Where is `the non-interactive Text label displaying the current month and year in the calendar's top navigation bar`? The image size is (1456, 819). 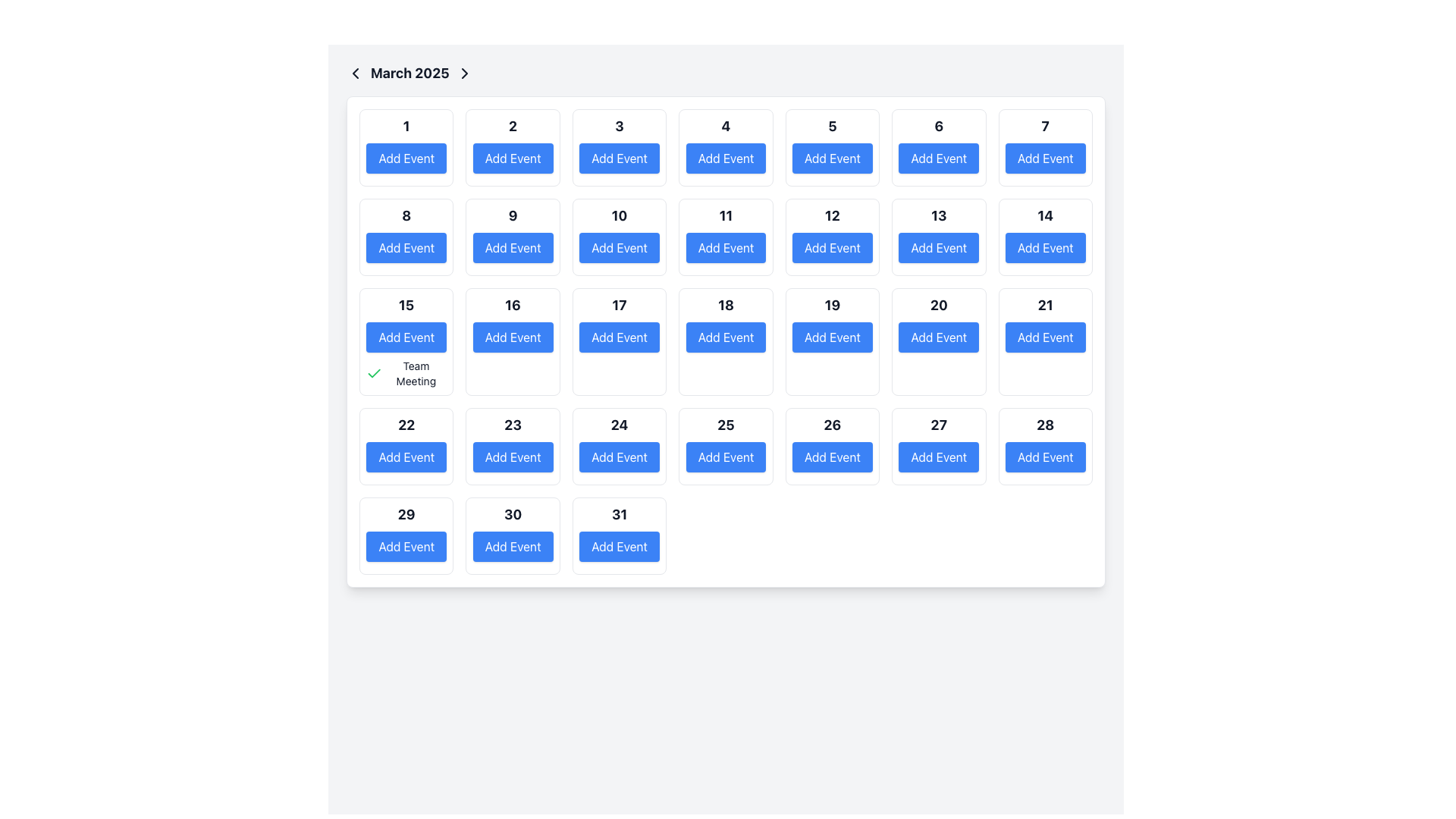 the non-interactive Text label displaying the current month and year in the calendar's top navigation bar is located at coordinates (409, 73).